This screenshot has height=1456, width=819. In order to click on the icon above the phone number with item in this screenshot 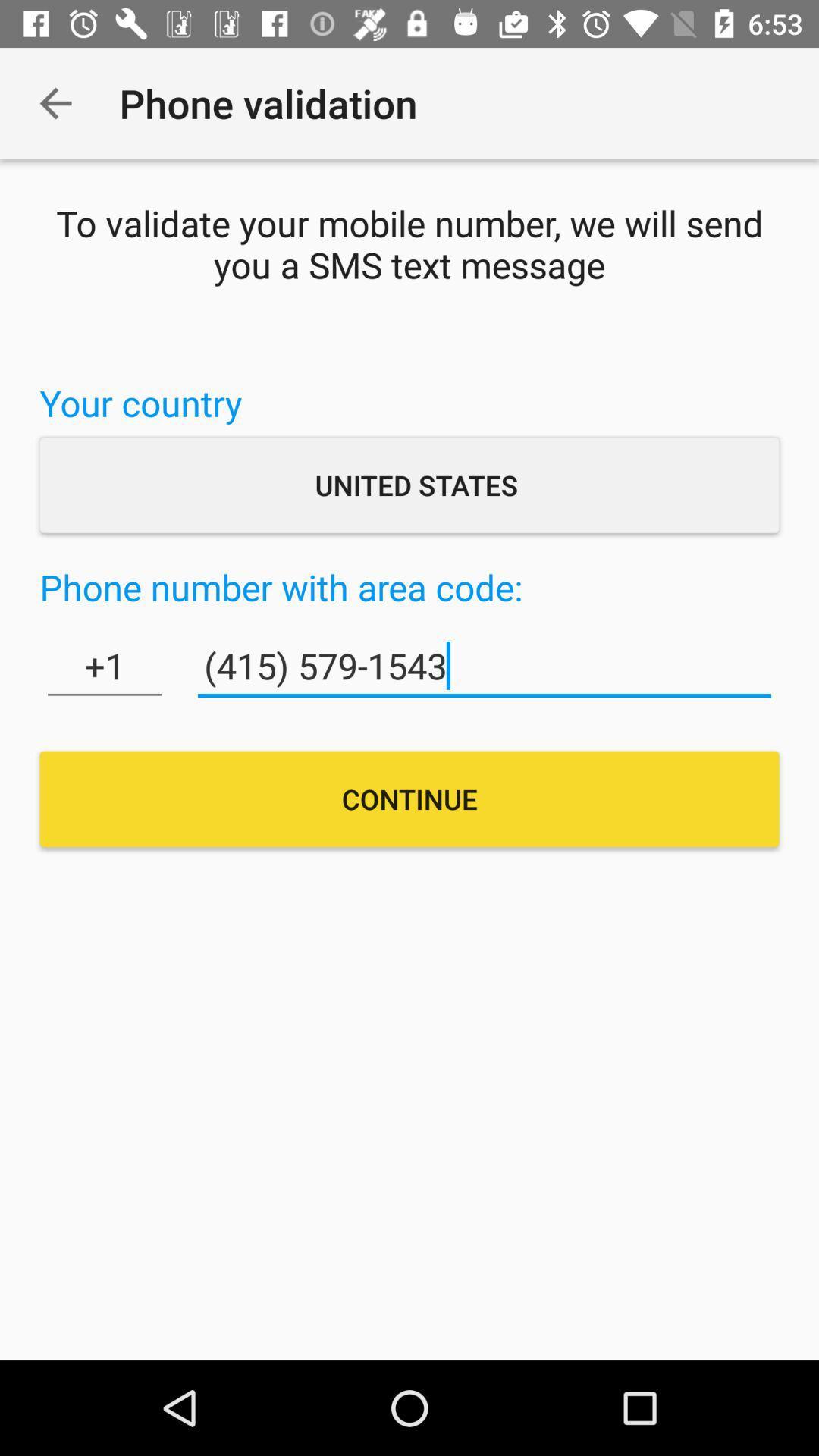, I will do `click(409, 484)`.